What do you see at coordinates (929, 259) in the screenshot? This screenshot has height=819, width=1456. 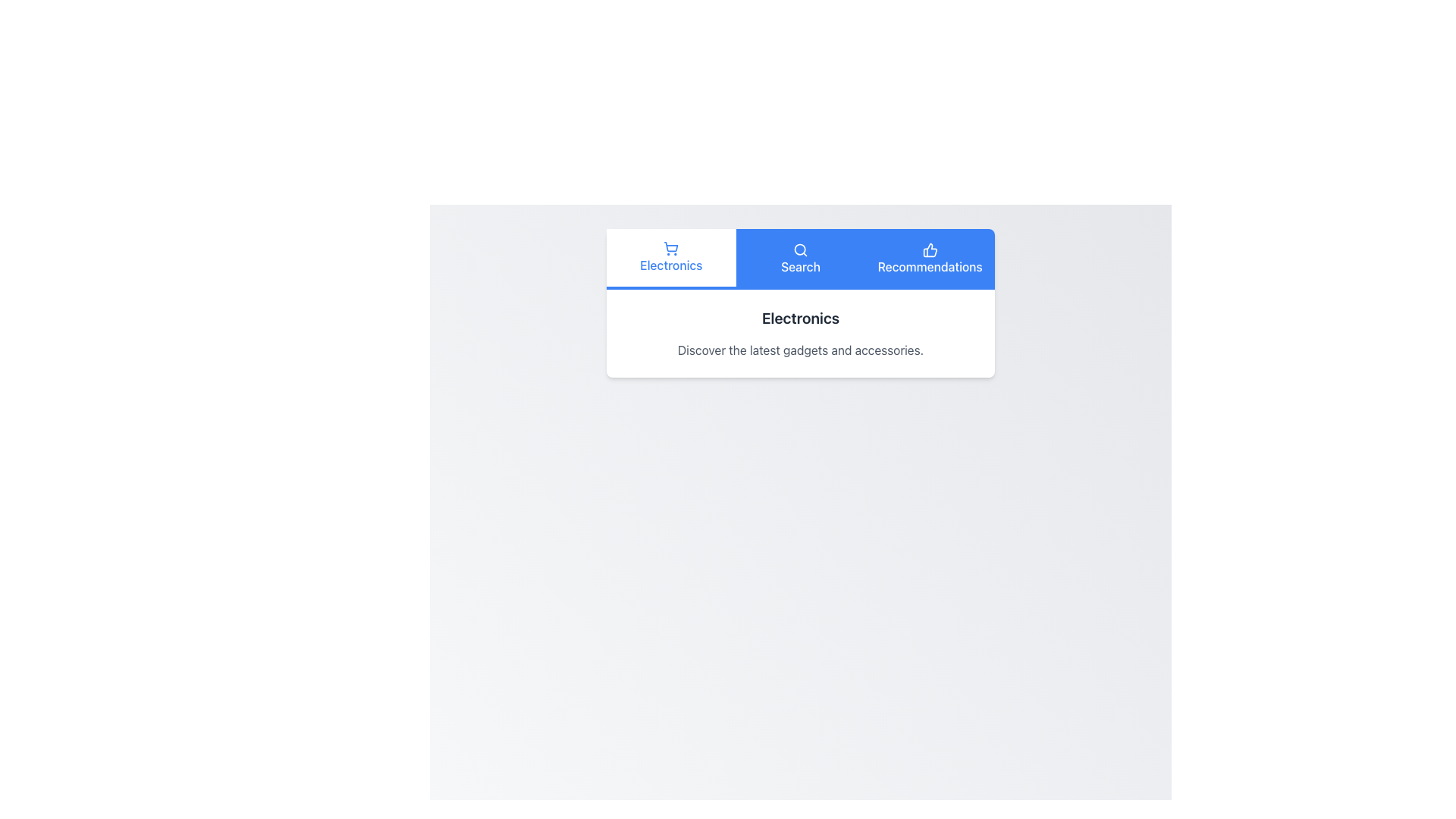 I see `the navigation button labeled 'Recommendations' located in the horizontal menu at the top of the interface` at bounding box center [929, 259].